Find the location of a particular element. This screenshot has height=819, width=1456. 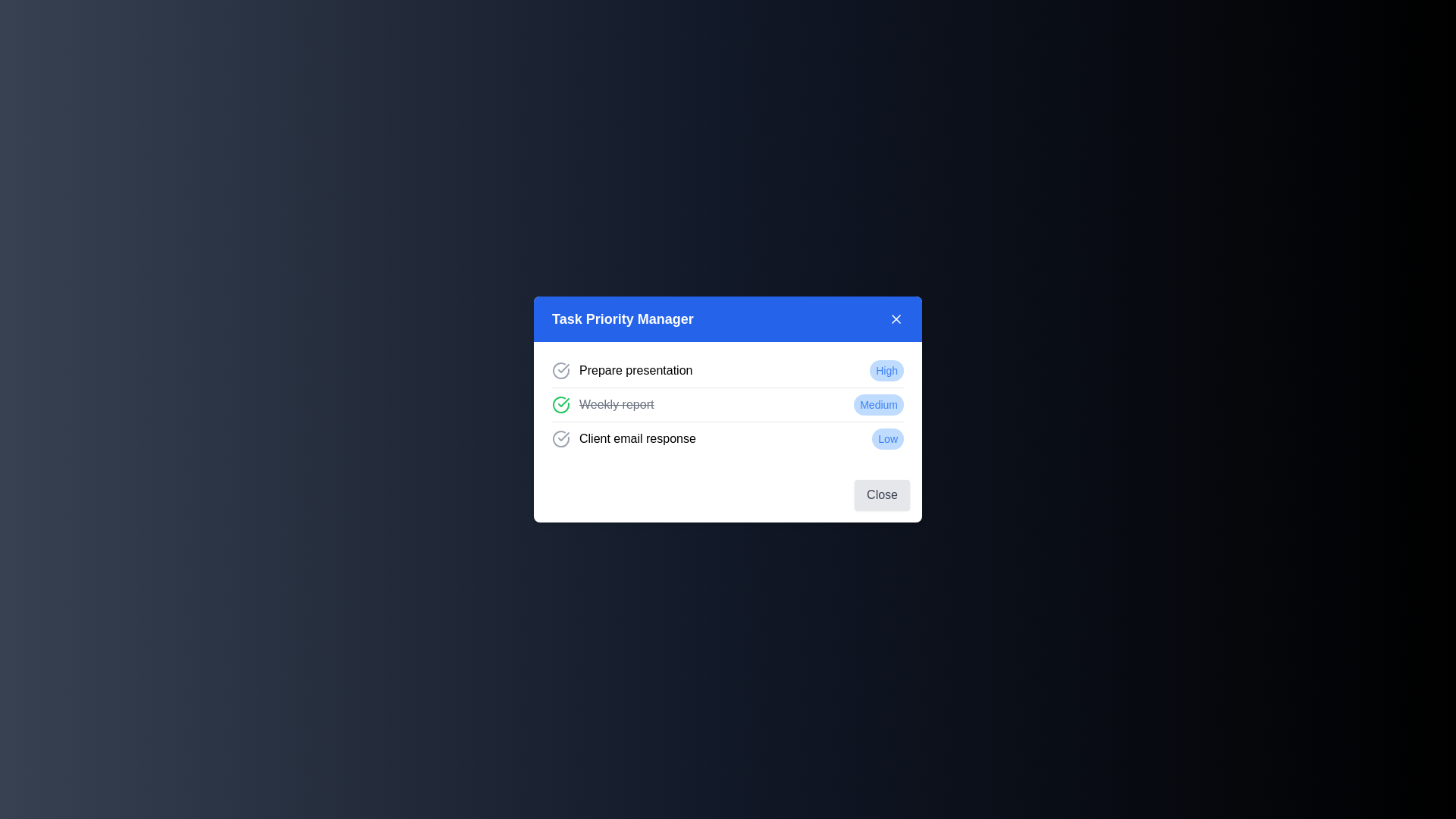

the task labeled 'Client email response', which is the third item in the task list within the modal window, aligned to the left with a priority indicator 'Low' to its right is located at coordinates (623, 438).